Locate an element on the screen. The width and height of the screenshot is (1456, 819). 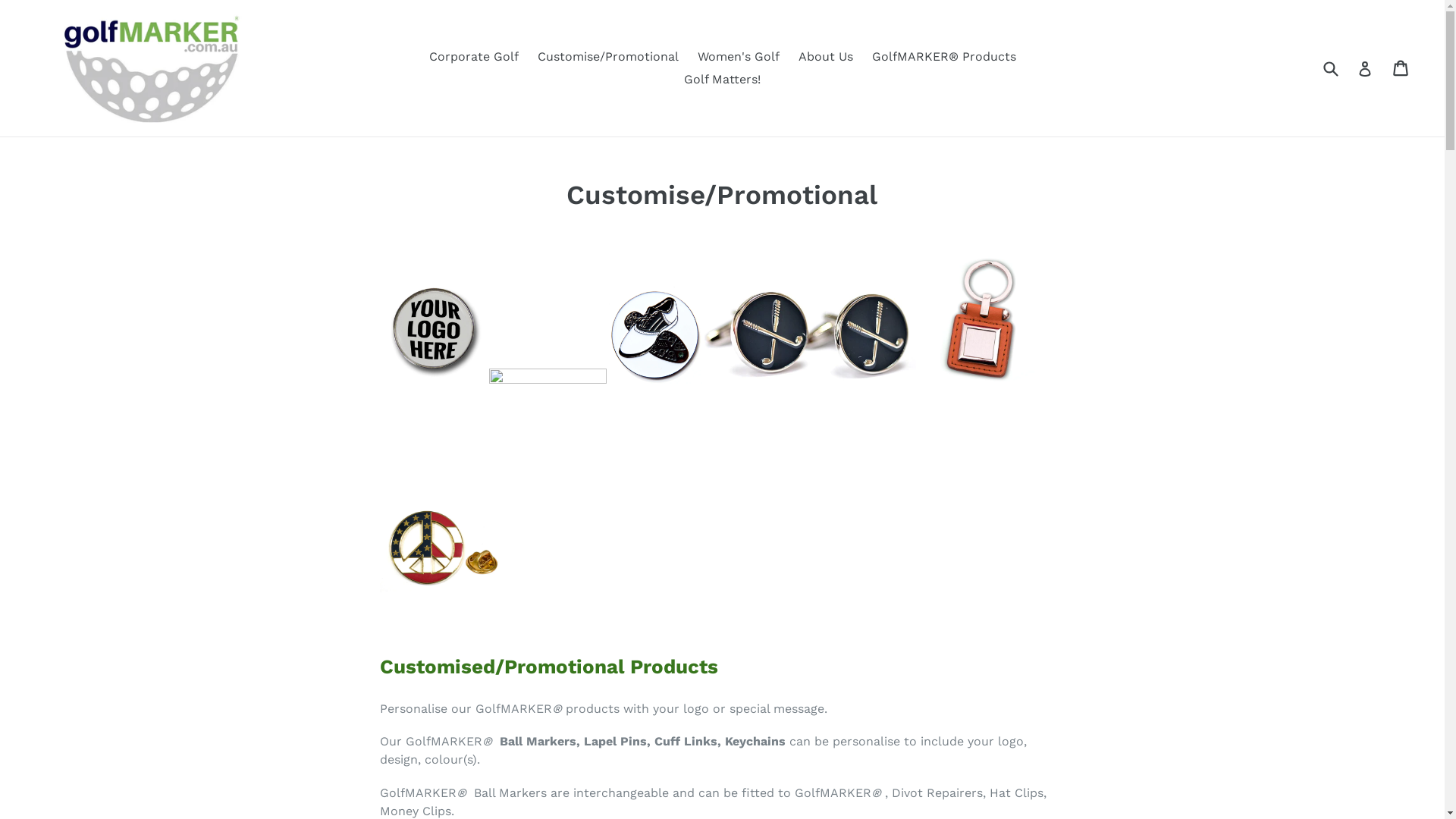
'Submit' is located at coordinates (1329, 67).